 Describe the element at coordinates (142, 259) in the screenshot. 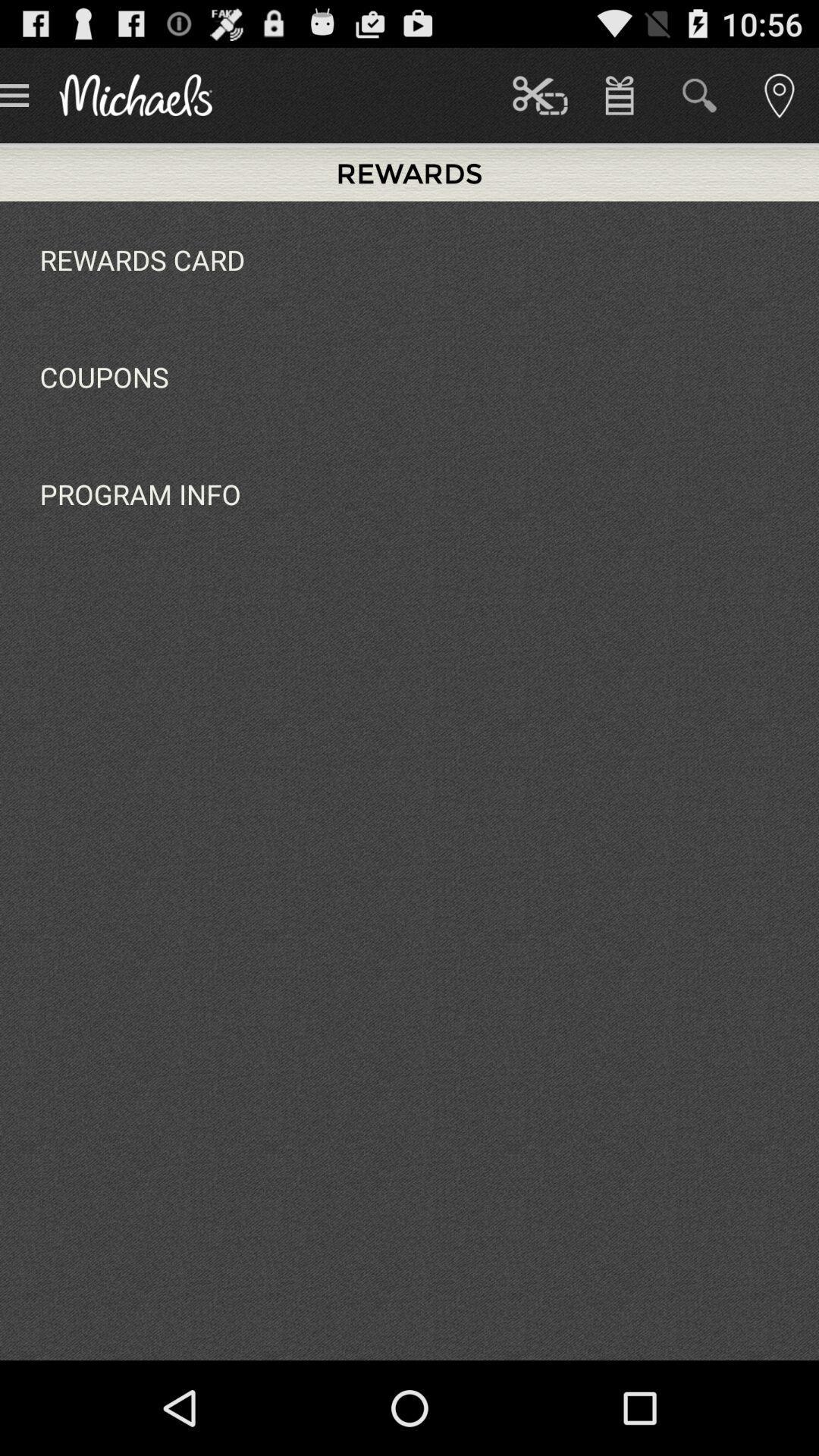

I see `the icon above coupons item` at that location.